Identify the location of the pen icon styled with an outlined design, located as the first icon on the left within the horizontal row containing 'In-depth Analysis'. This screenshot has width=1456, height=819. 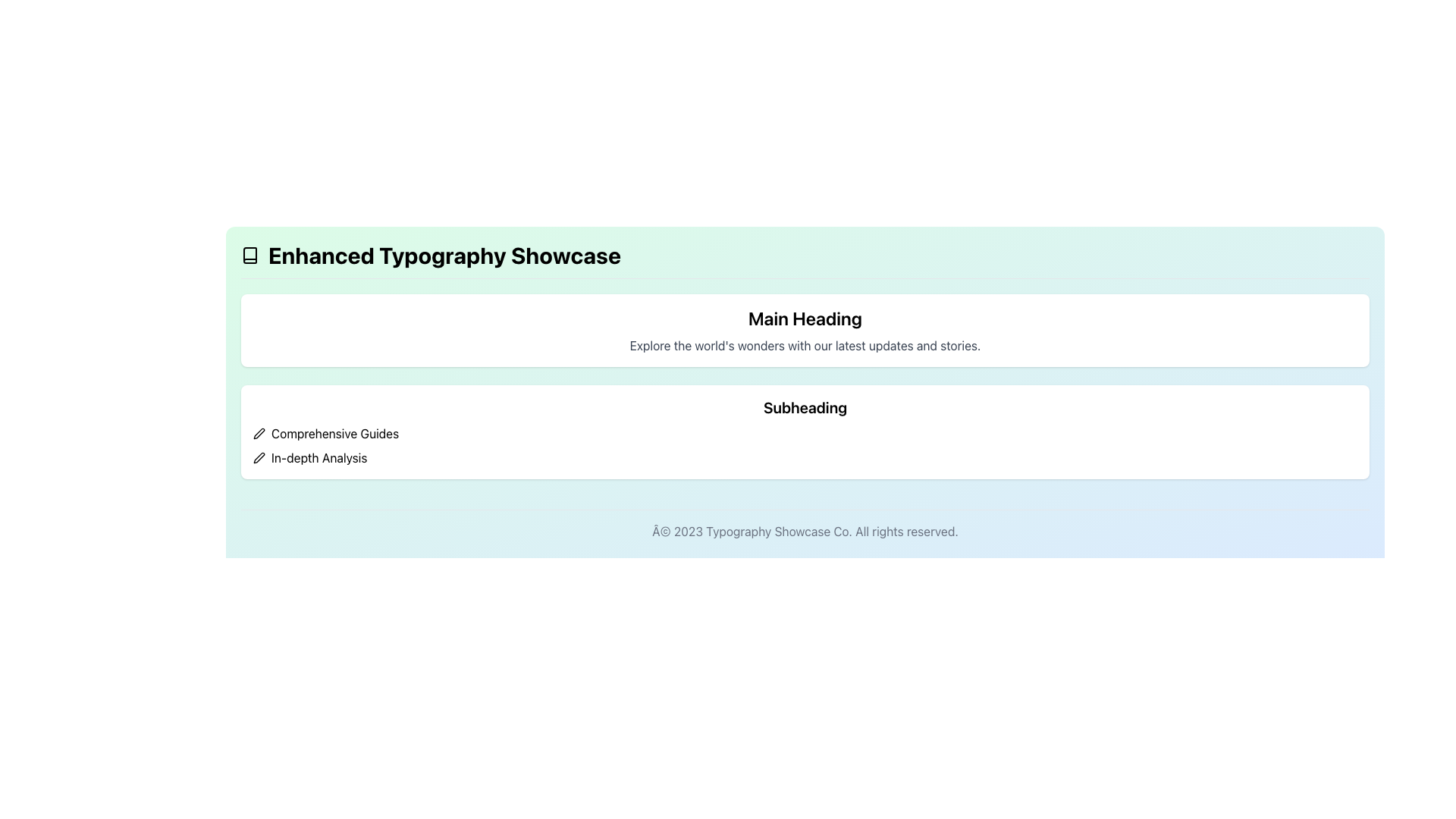
(259, 457).